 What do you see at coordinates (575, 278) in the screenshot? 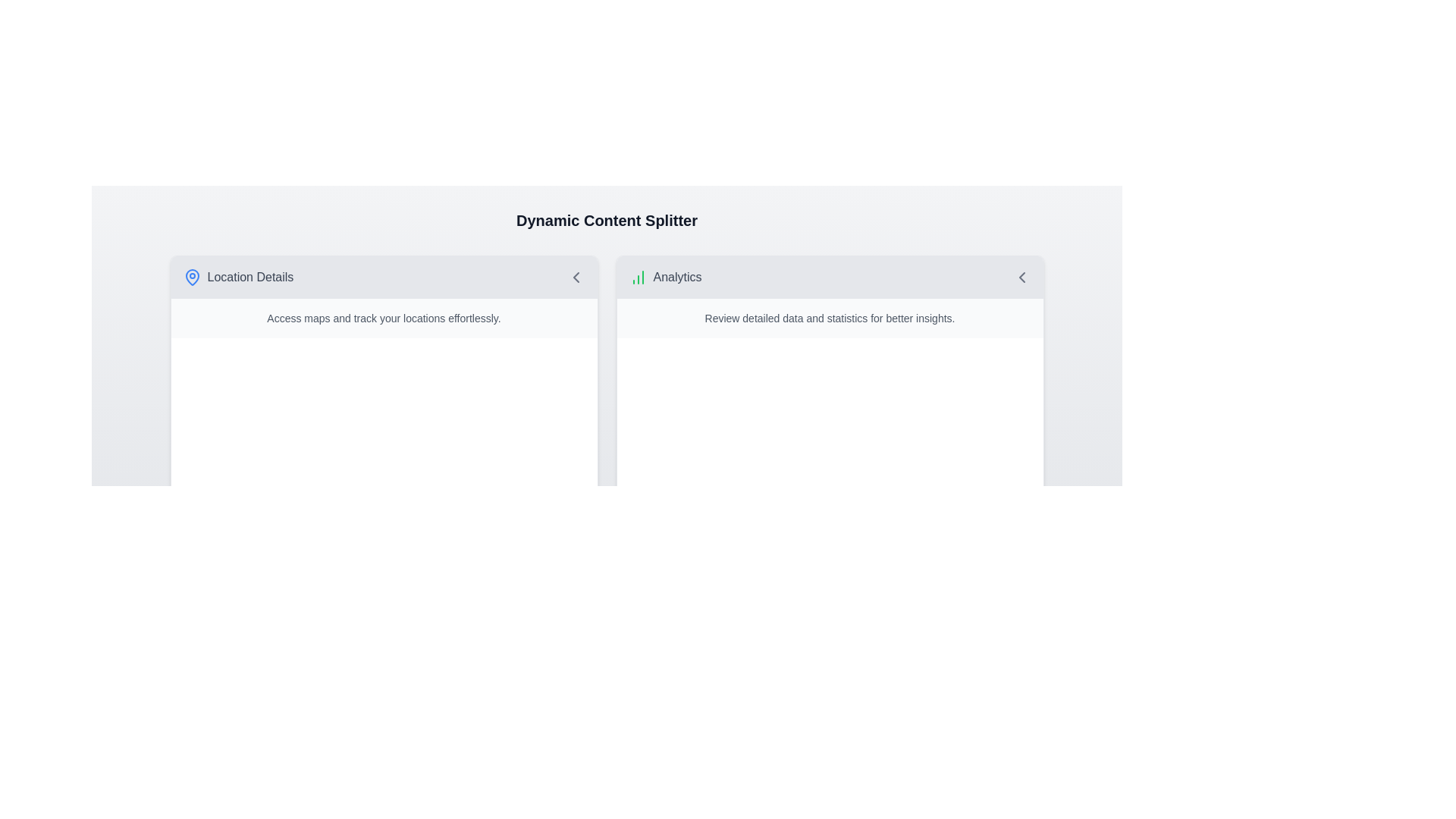
I see `the chevron icon located on the far right of the 'Location Details' section` at bounding box center [575, 278].